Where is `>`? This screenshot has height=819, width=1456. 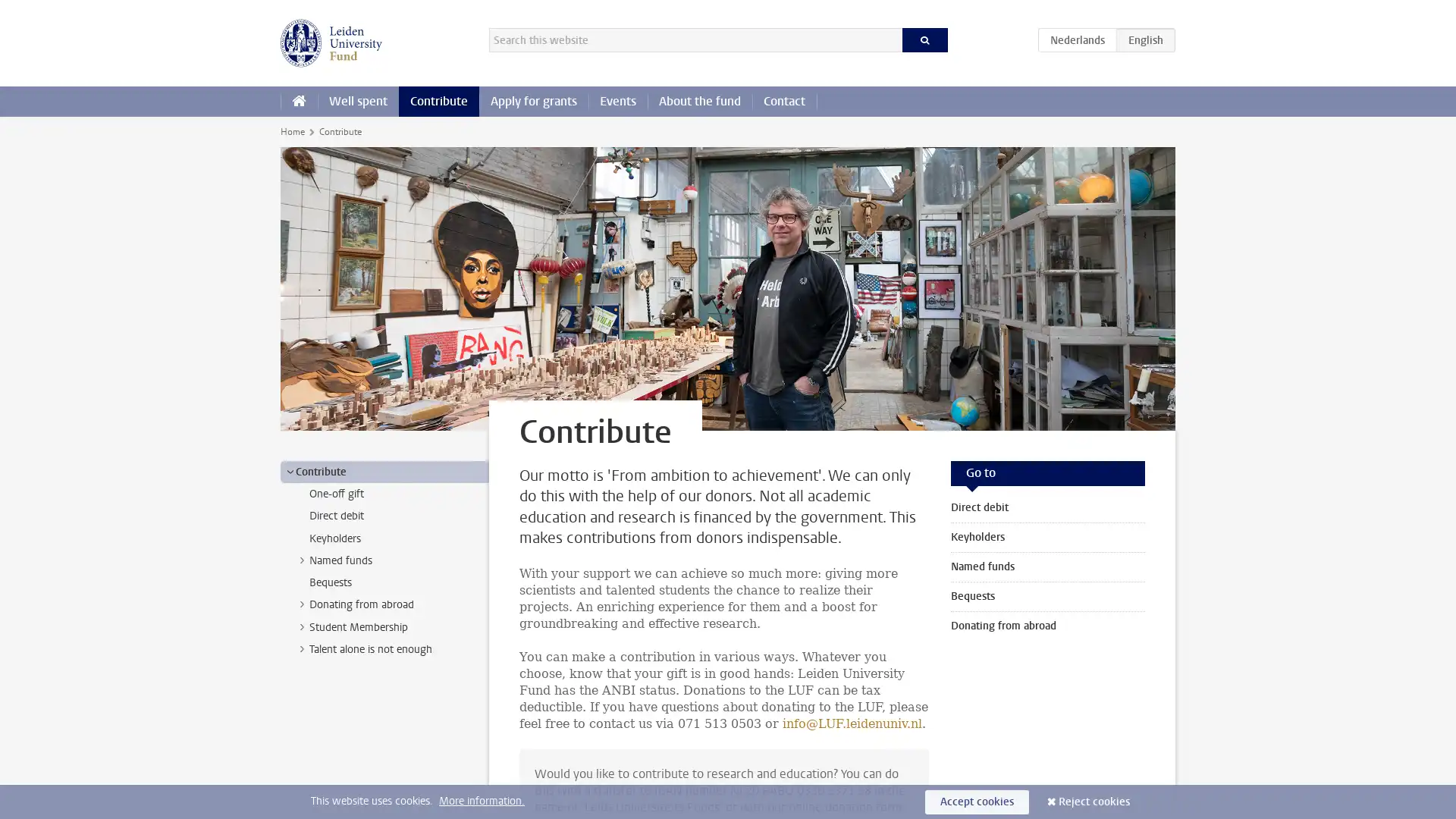
> is located at coordinates (302, 648).